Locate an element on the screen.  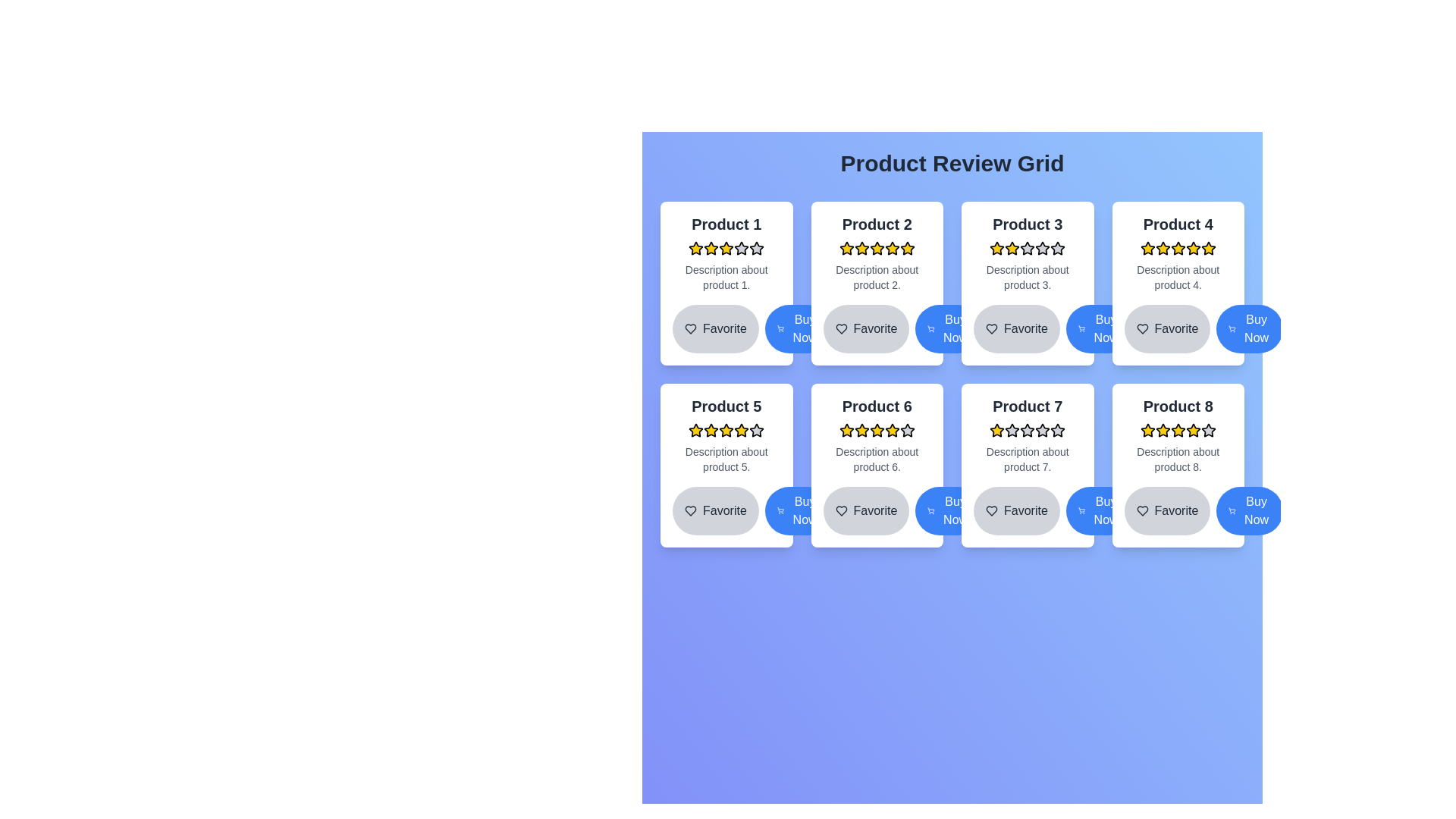
the third star icon in the rating system for 'Product 5' to interact with the rating is located at coordinates (711, 430).